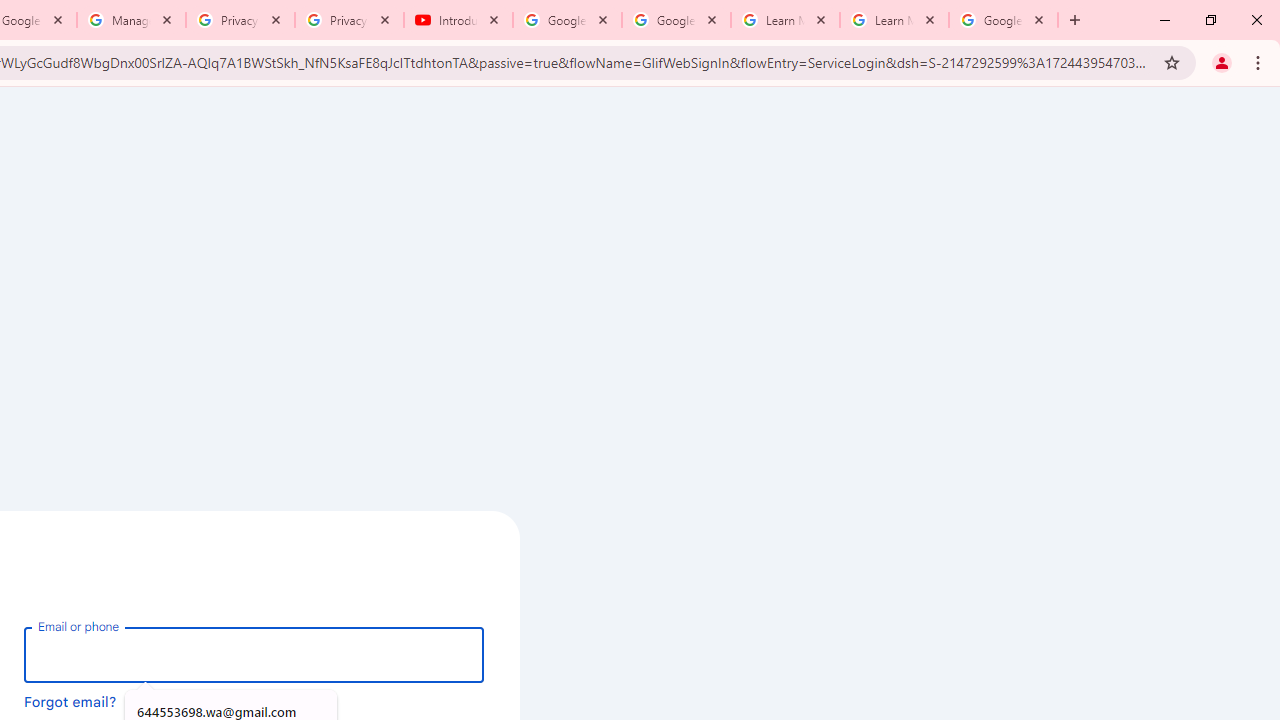 The width and height of the screenshot is (1280, 720). What do you see at coordinates (676, 20) in the screenshot?
I see `'Google Account Help'` at bounding box center [676, 20].